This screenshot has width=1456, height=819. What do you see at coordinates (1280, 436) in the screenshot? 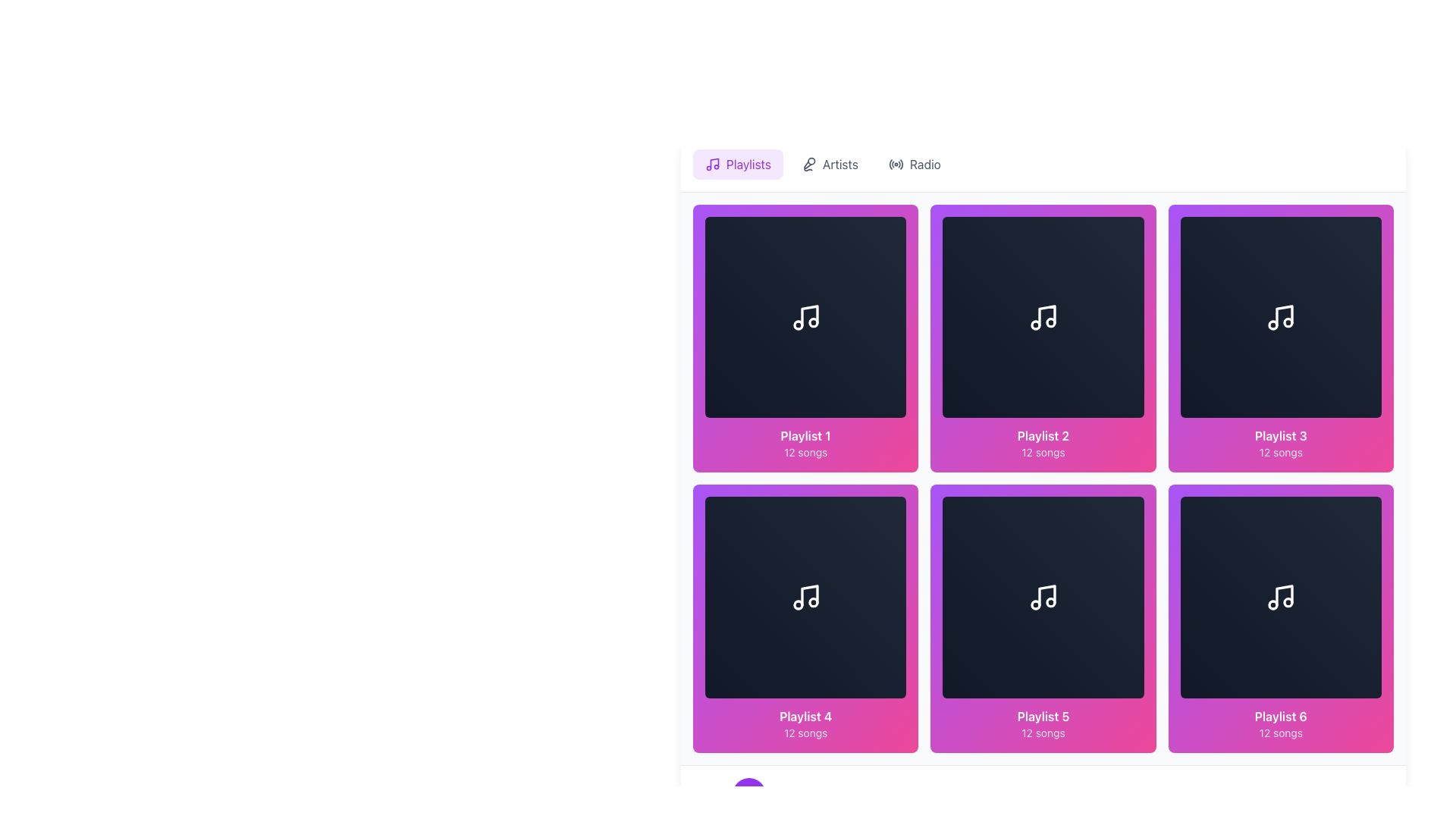
I see `the Text Label that serves as a title or label for the playlist displayed on the card, located at the bottom center of the card, which is the third card from the left in the first row` at bounding box center [1280, 436].